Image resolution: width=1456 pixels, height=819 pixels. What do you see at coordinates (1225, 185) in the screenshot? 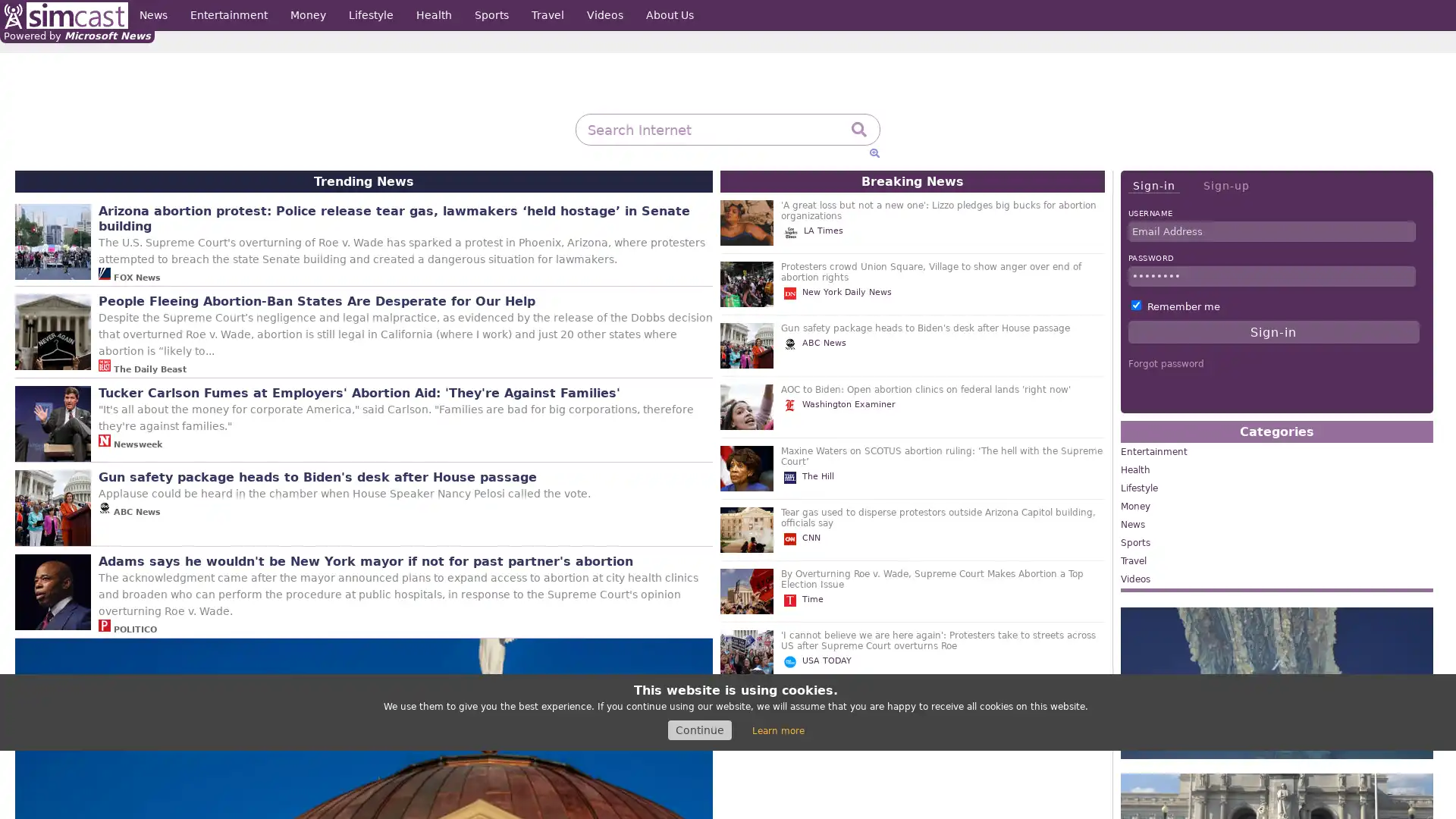
I see `Sign-up` at bounding box center [1225, 185].